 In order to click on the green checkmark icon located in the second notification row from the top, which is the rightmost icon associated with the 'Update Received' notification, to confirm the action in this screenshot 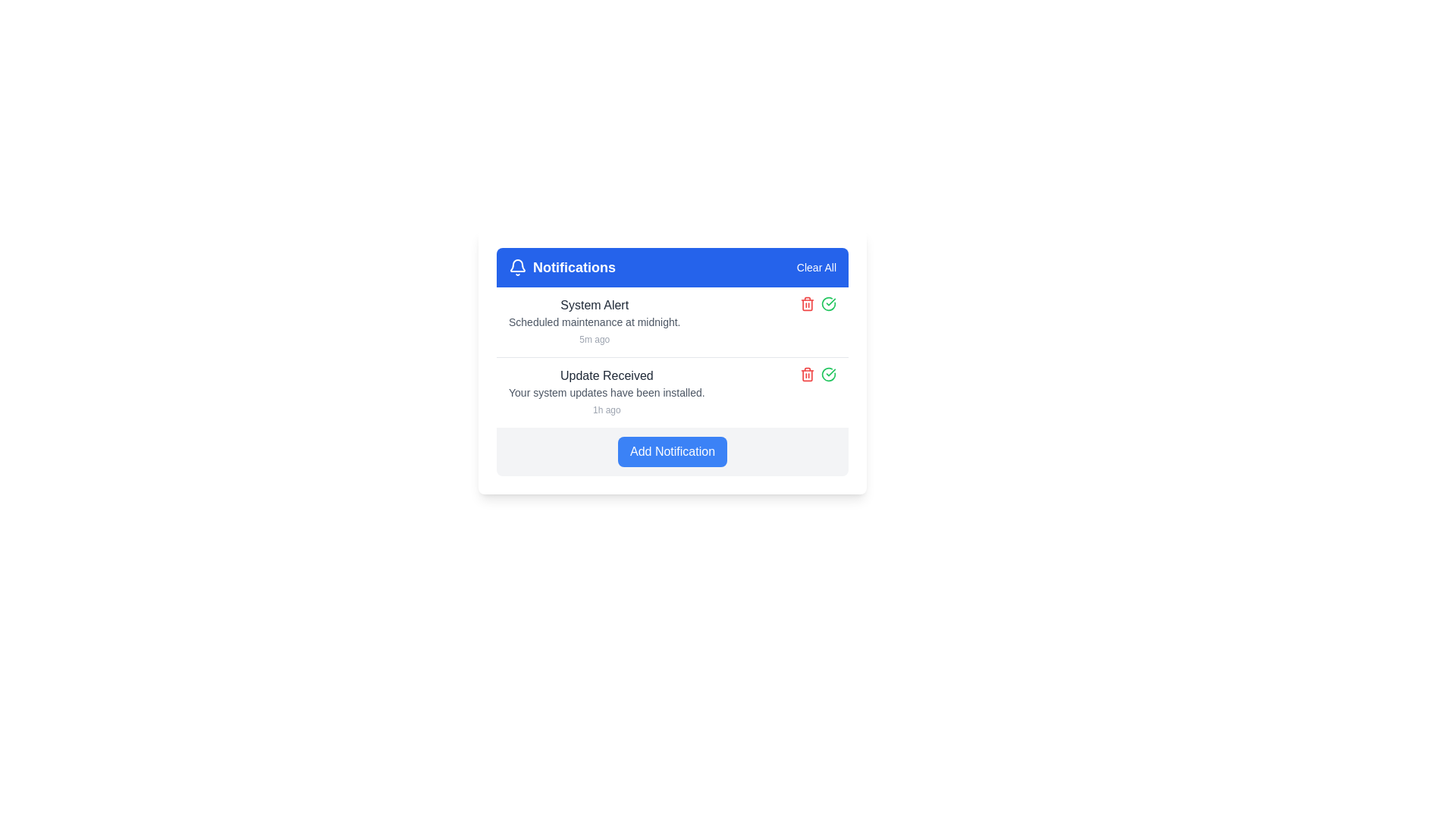, I will do `click(828, 304)`.